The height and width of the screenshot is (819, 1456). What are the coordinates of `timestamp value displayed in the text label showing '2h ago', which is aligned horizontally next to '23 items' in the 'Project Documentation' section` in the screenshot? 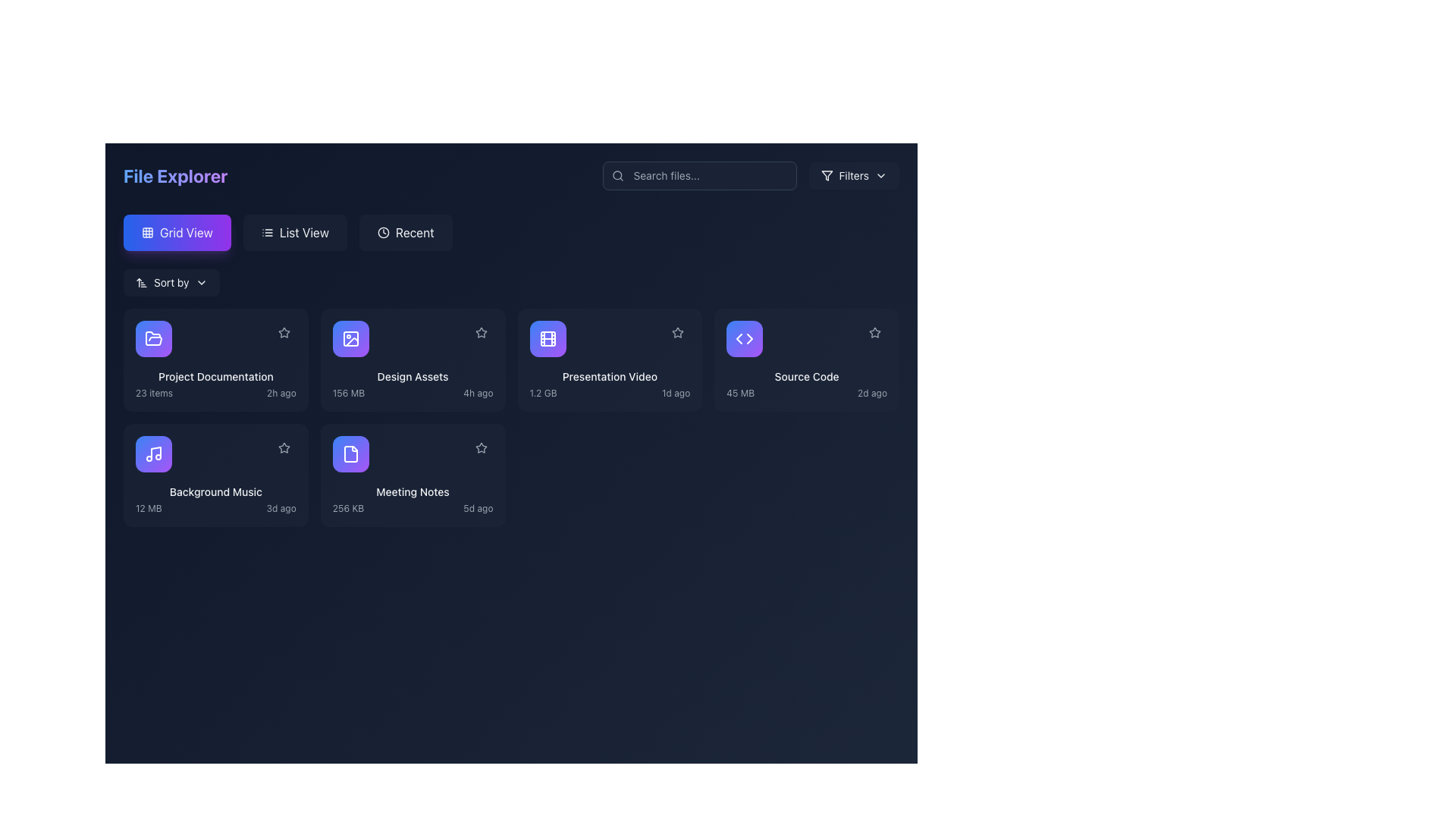 It's located at (281, 393).